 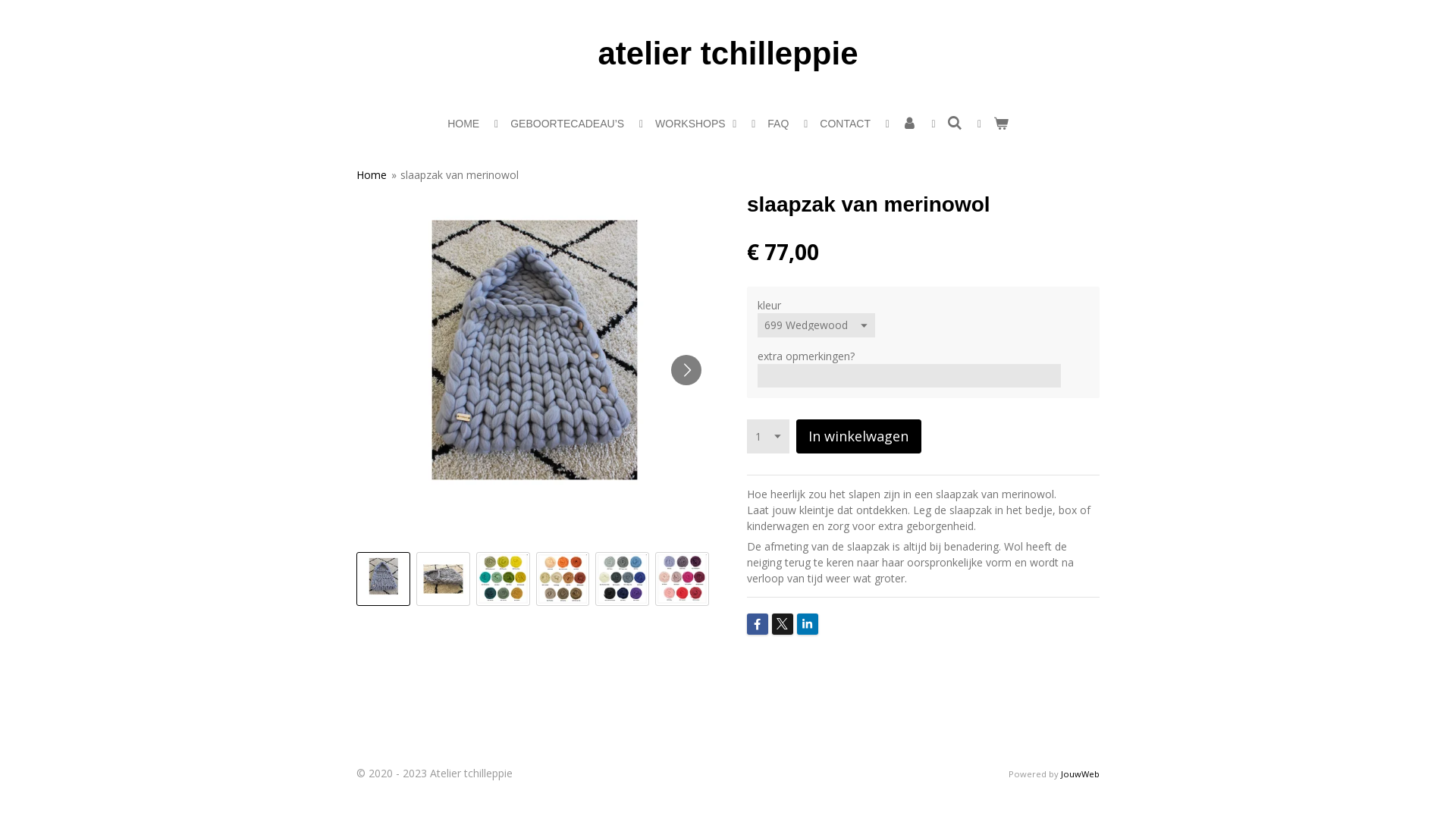 What do you see at coordinates (1001, 123) in the screenshot?
I see `'Bekijk winkelwagen'` at bounding box center [1001, 123].